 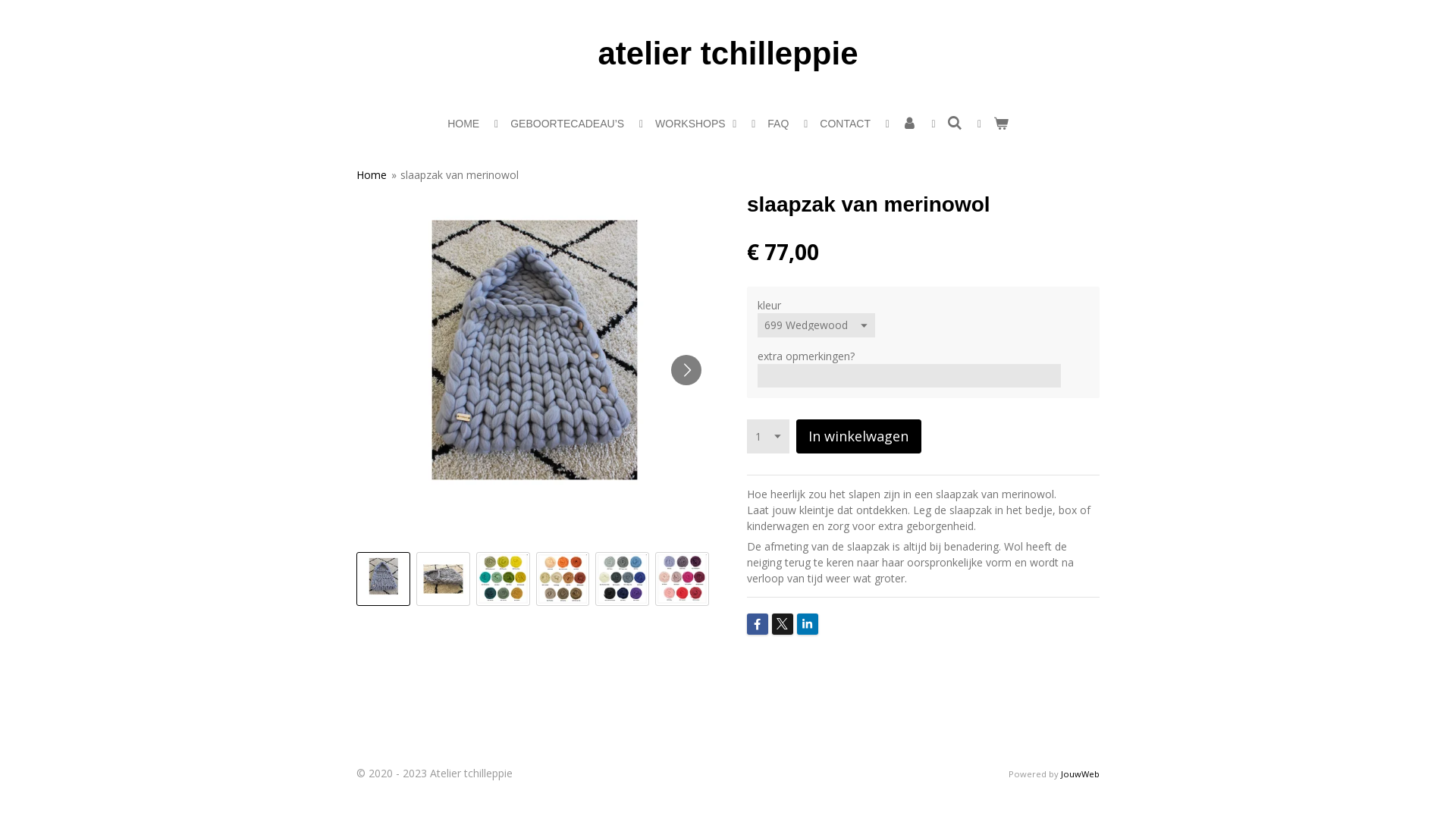 What do you see at coordinates (1001, 123) in the screenshot?
I see `'Bekijk winkelwagen'` at bounding box center [1001, 123].